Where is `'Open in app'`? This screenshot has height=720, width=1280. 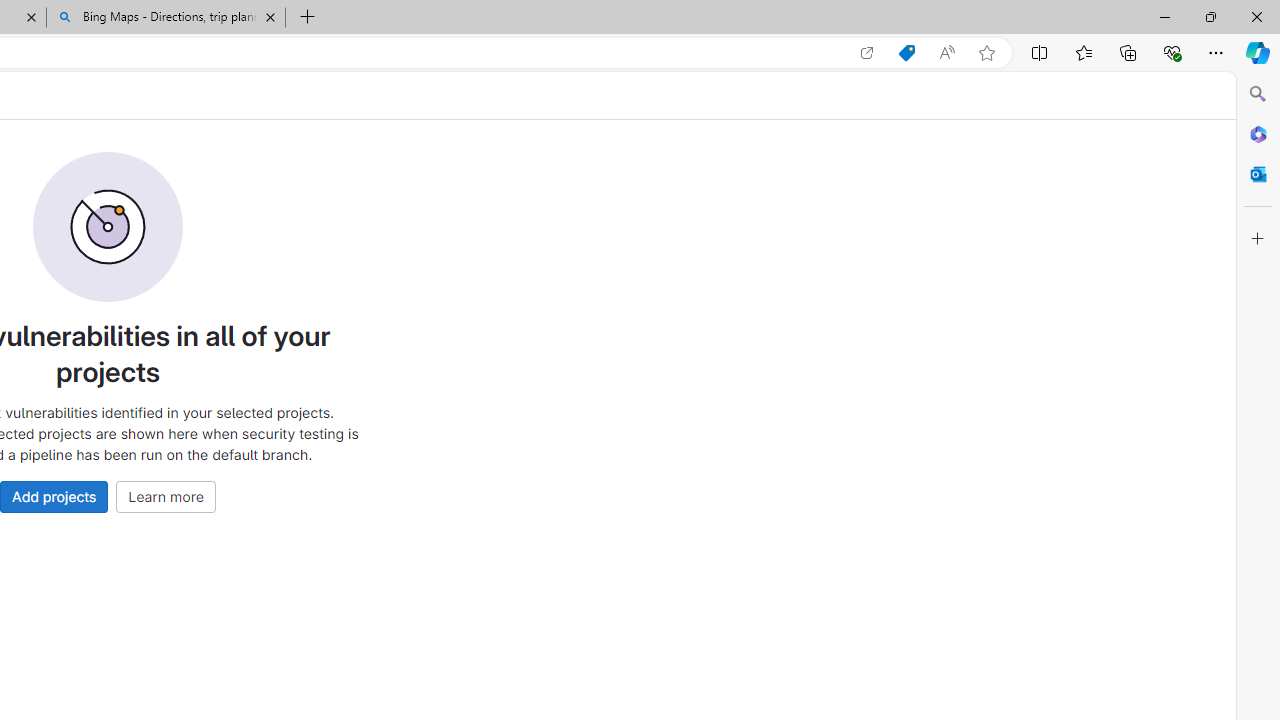
'Open in app' is located at coordinates (867, 52).